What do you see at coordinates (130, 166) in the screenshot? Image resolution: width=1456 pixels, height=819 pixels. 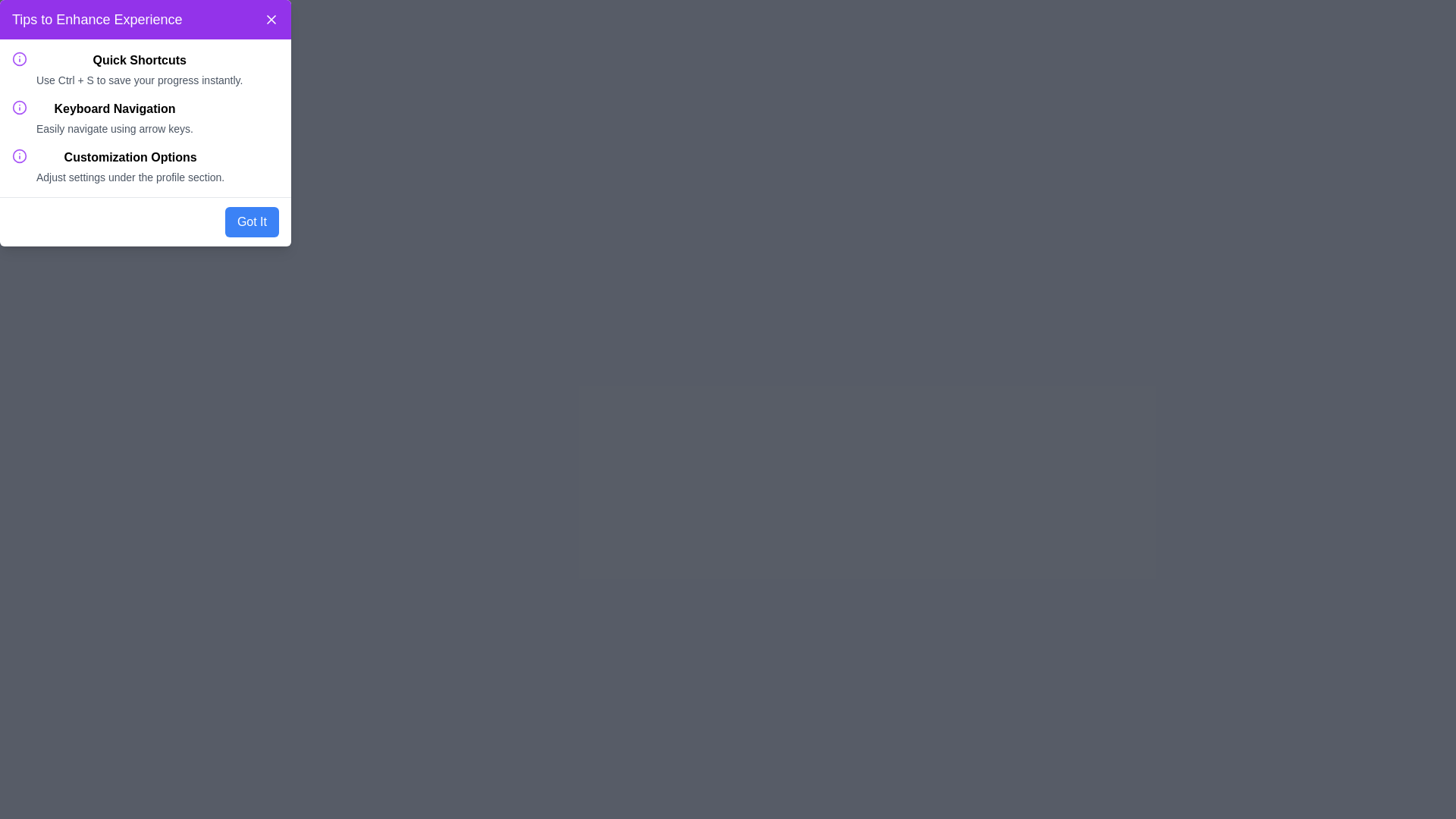 I see `informational text block located in the dialog box titled 'Tips to Enhance Experience', positioned as the third entry beneath 'Quick Shortcuts' and 'Keyboard Navigation'` at bounding box center [130, 166].